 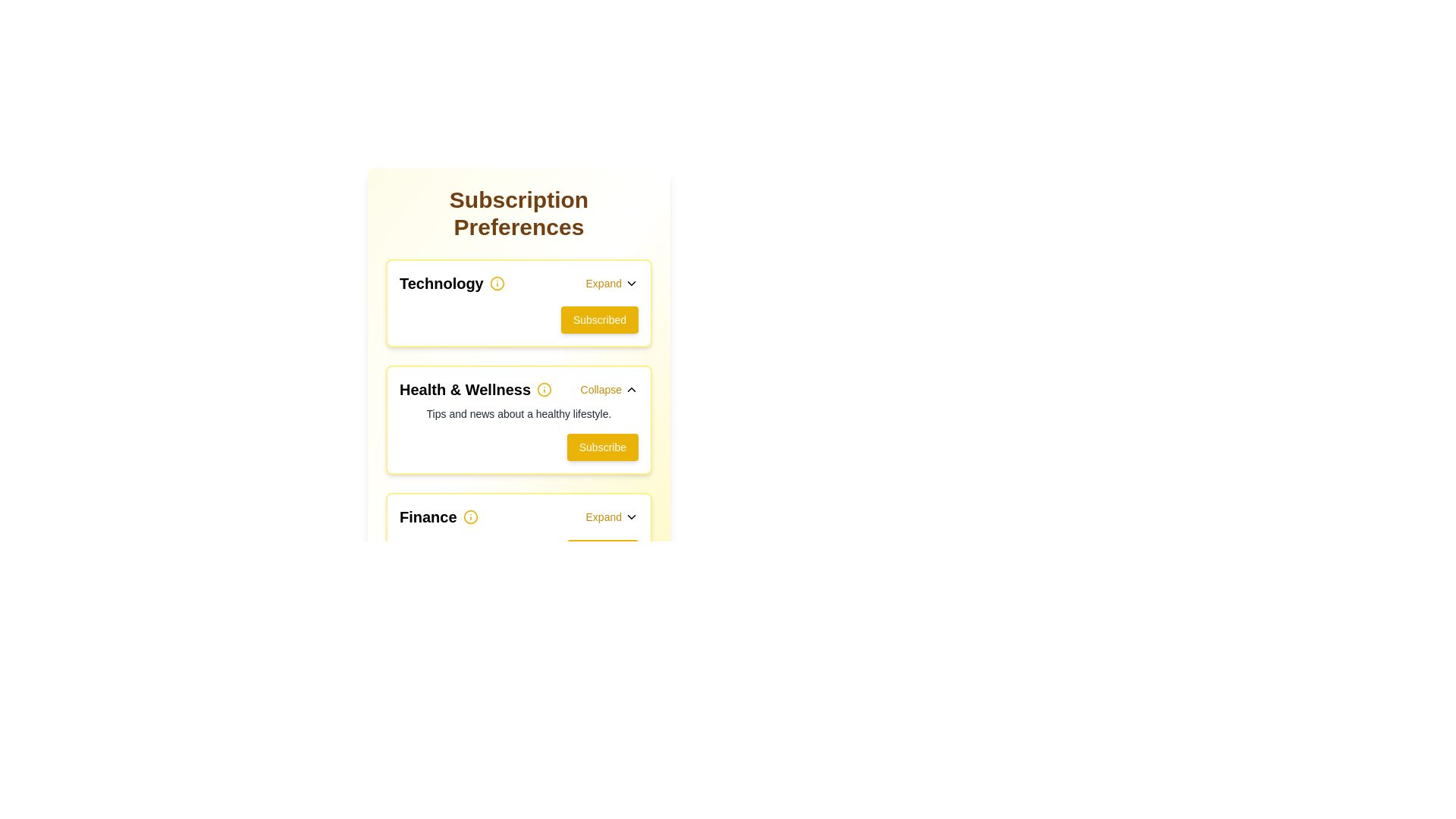 What do you see at coordinates (475, 388) in the screenshot?
I see `the 'Health & Wellness' text label in the subscription preferences section, which is displayed in bold, large font and is positioned between the 'Technology' and 'Finance' sections` at bounding box center [475, 388].